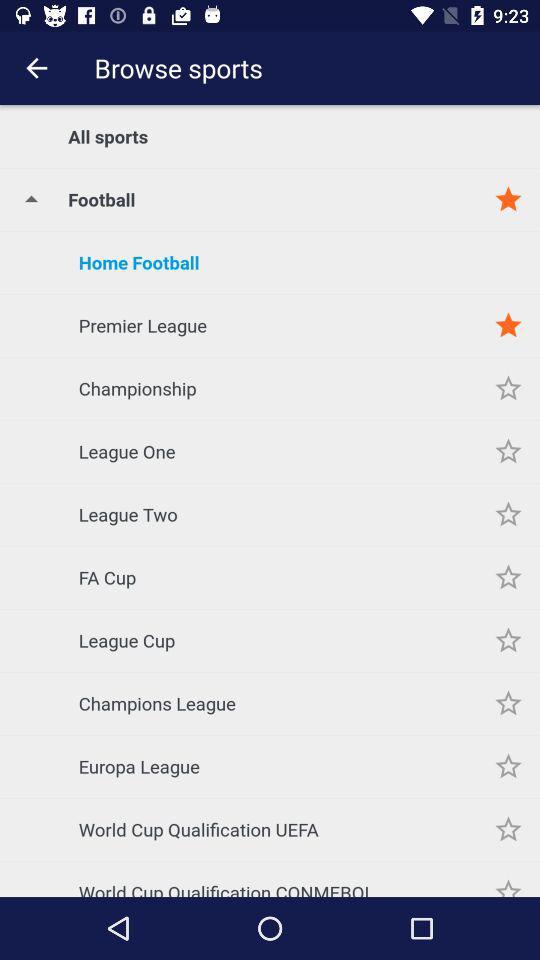 This screenshot has width=540, height=960. What do you see at coordinates (508, 829) in the screenshot?
I see `indicates subject preference` at bounding box center [508, 829].